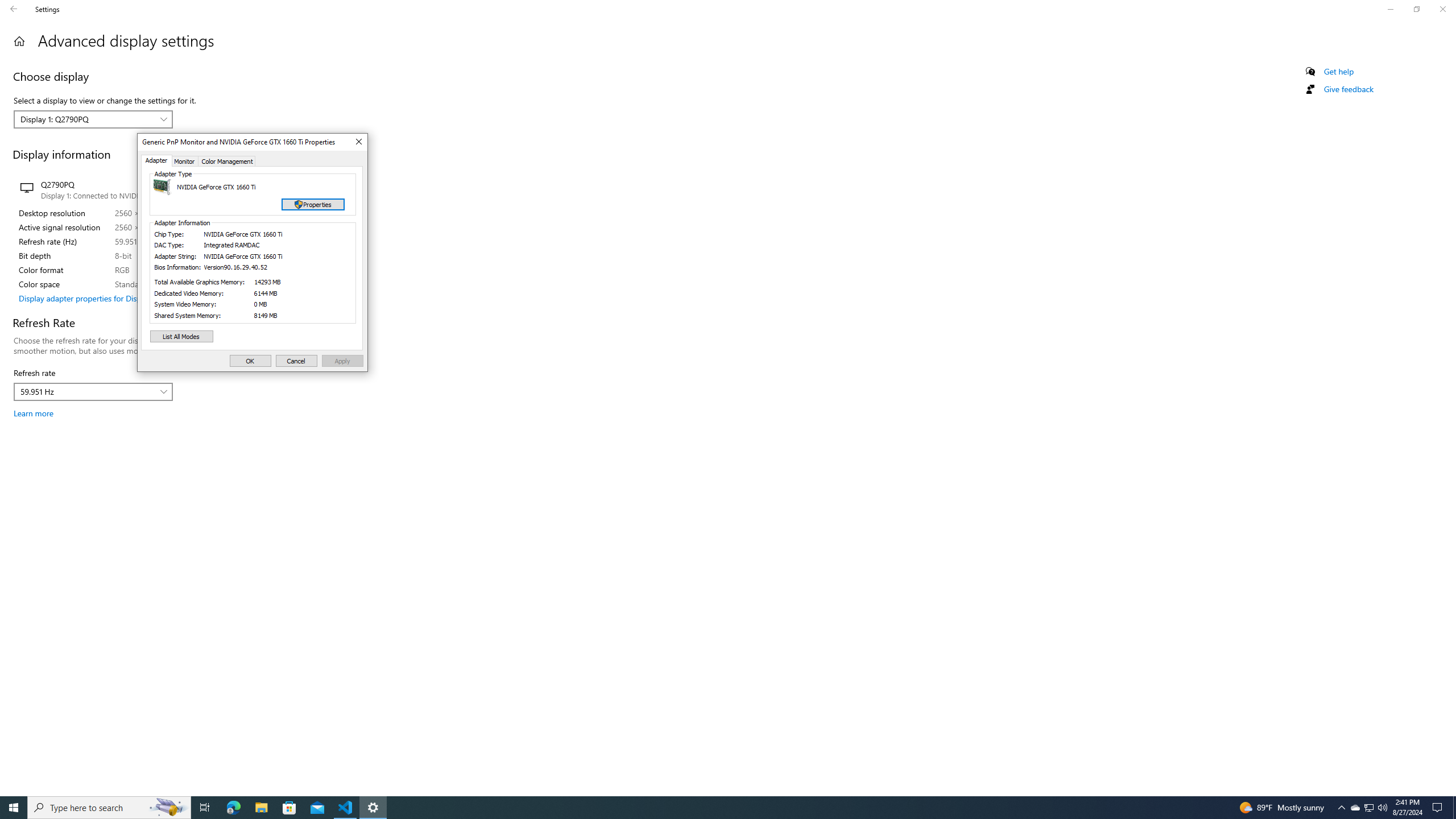 The height and width of the screenshot is (819, 1456). I want to click on 'Adapter', so click(157, 160).